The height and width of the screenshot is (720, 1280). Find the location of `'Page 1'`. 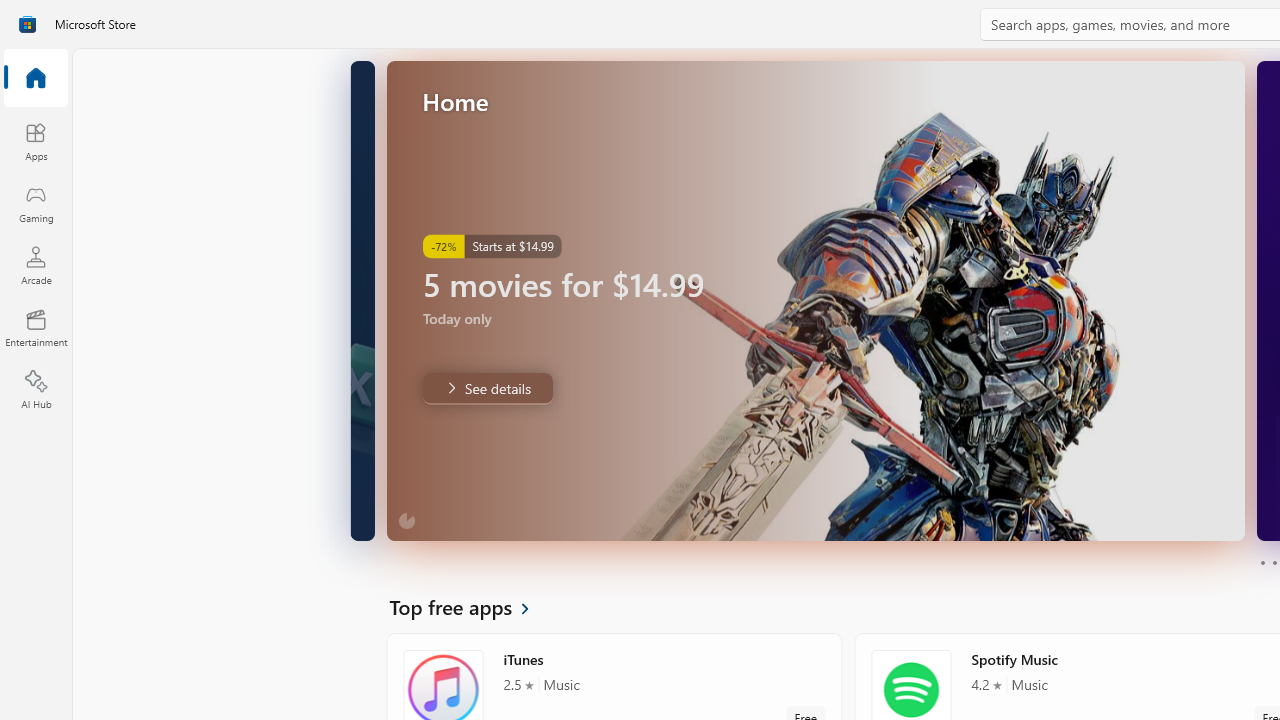

'Page 1' is located at coordinates (1261, 563).